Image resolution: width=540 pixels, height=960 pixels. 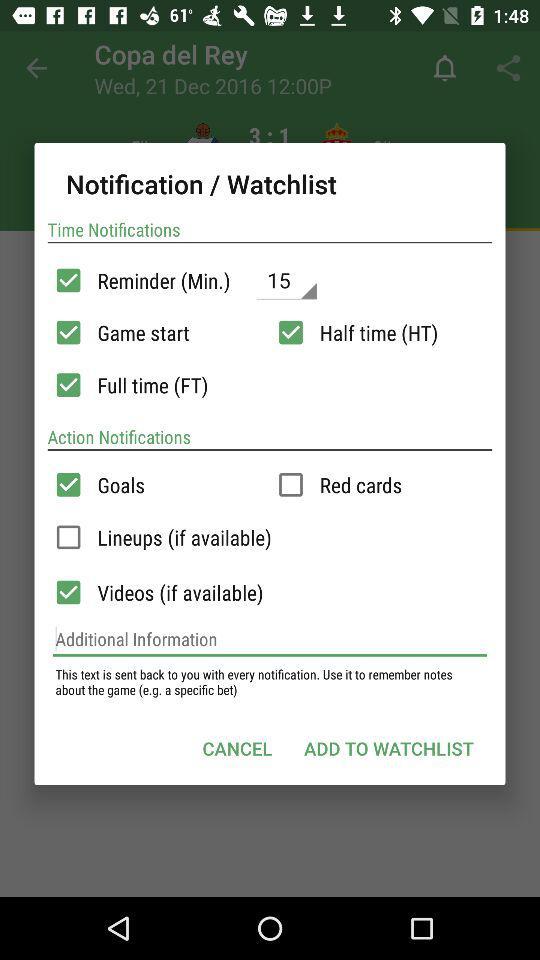 I want to click on notiication option box, so click(x=67, y=384).